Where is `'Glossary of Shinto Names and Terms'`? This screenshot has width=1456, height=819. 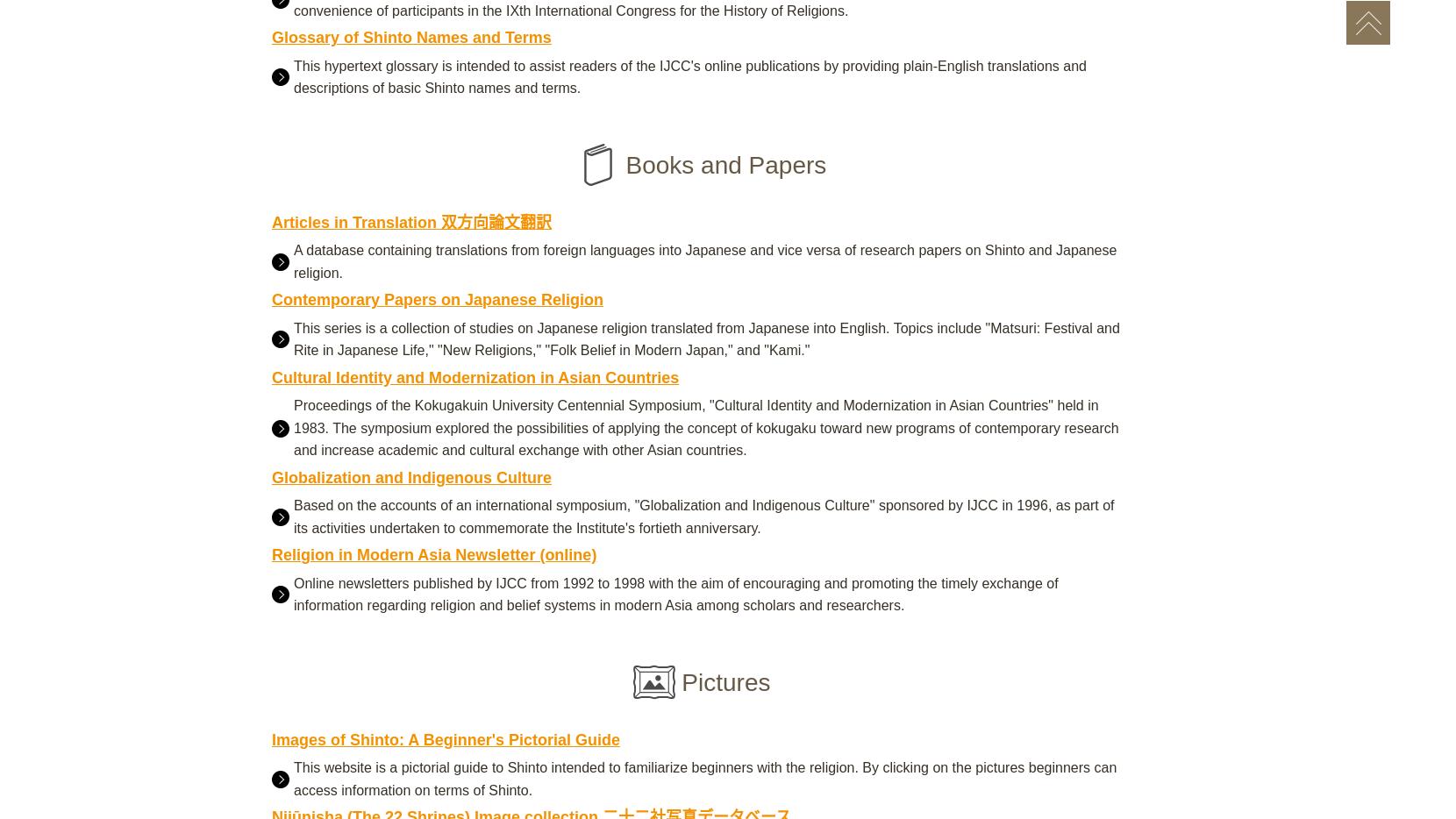
'Glossary of Shinto Names and Terms' is located at coordinates (410, 36).